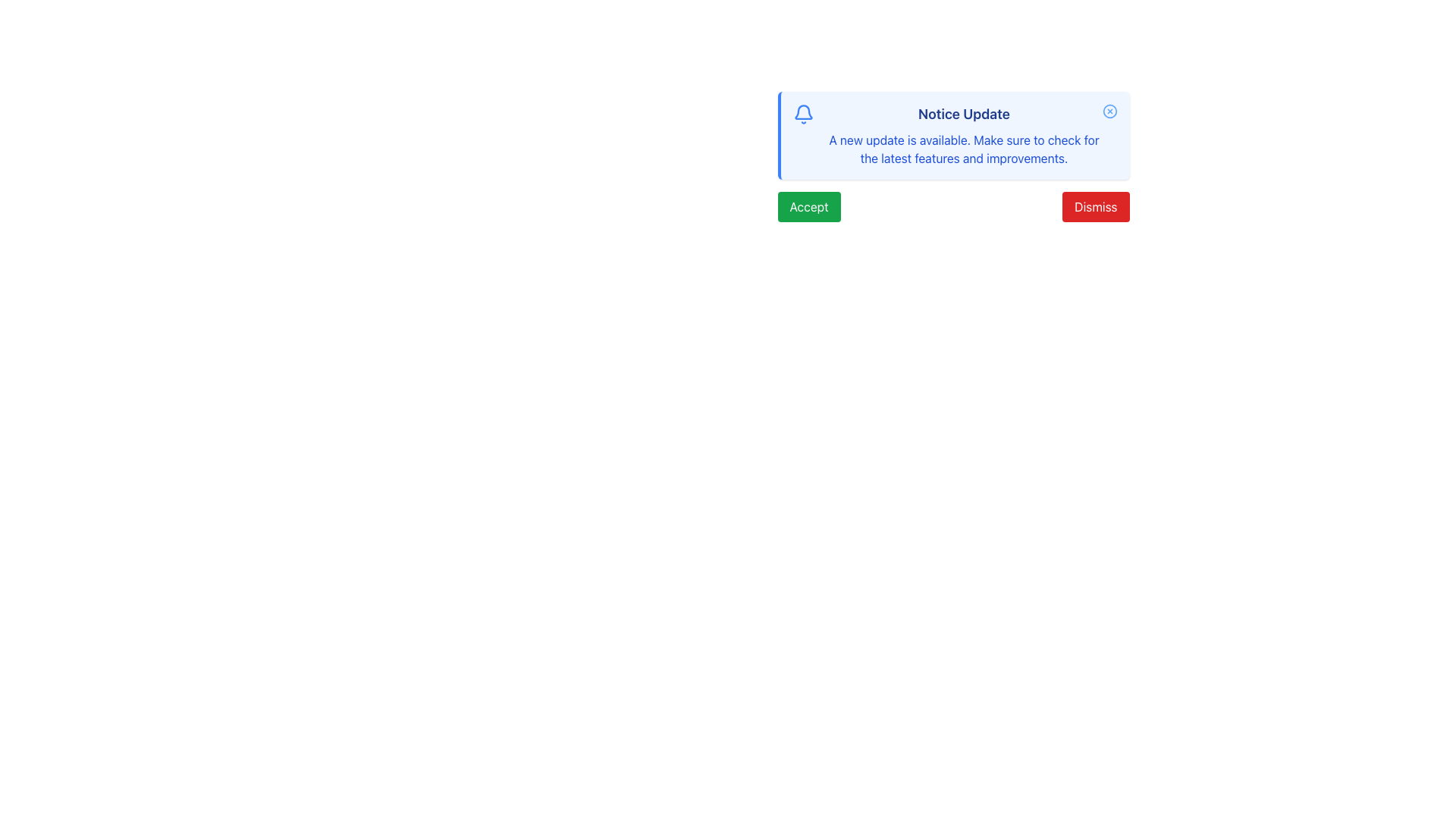  Describe the element at coordinates (802, 111) in the screenshot. I see `the graphical icon of a bell styled with a blue outline, located on the left side of the notification banner adjacent to the title 'Notice Update'` at that location.